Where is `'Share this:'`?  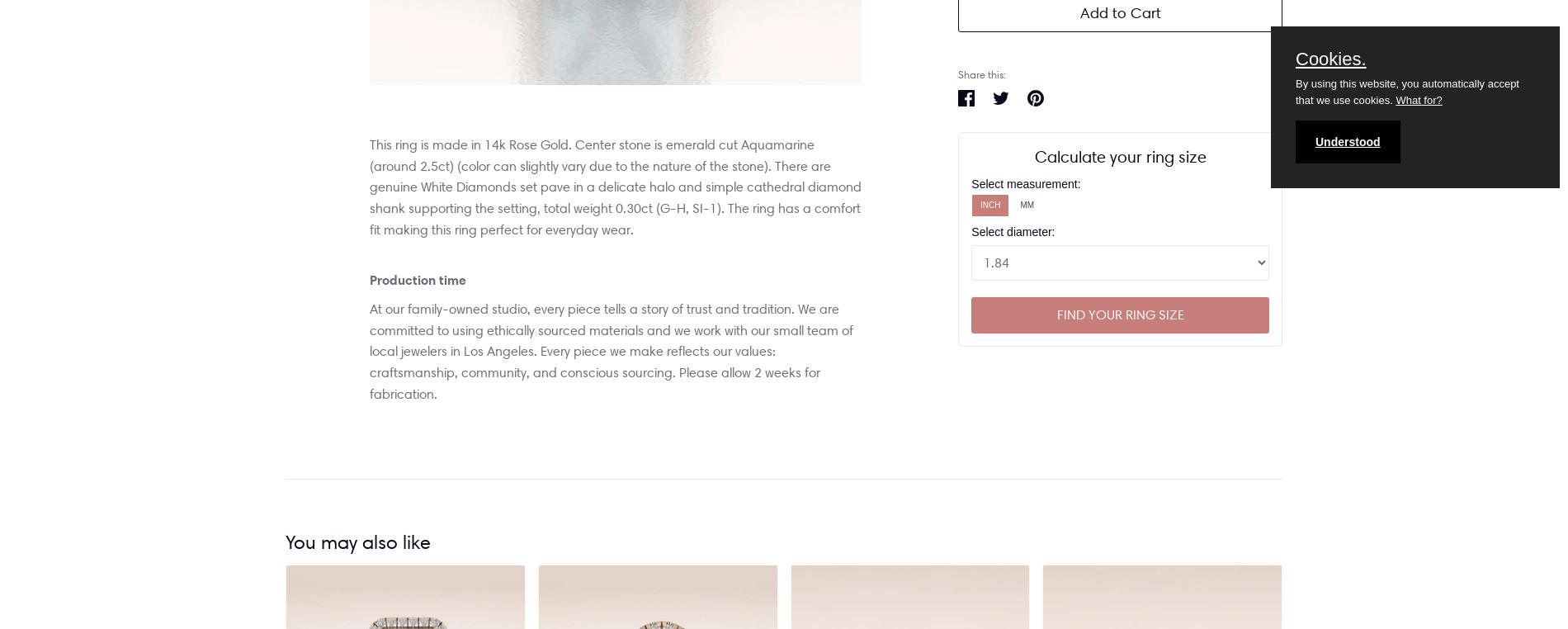 'Share this:' is located at coordinates (980, 73).